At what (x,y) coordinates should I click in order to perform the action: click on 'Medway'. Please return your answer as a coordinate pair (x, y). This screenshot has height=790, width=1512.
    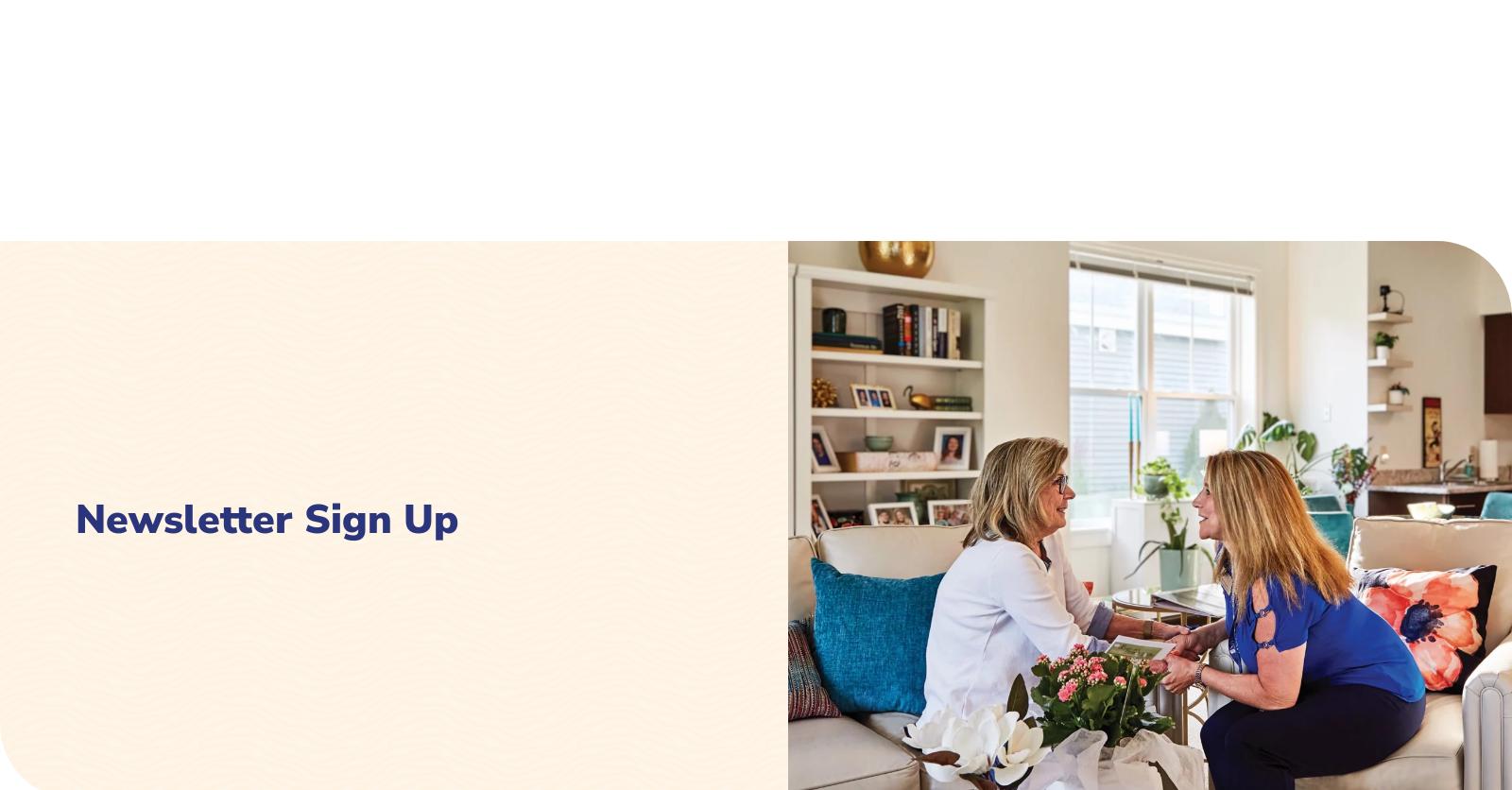
    Looking at the image, I should click on (589, 273).